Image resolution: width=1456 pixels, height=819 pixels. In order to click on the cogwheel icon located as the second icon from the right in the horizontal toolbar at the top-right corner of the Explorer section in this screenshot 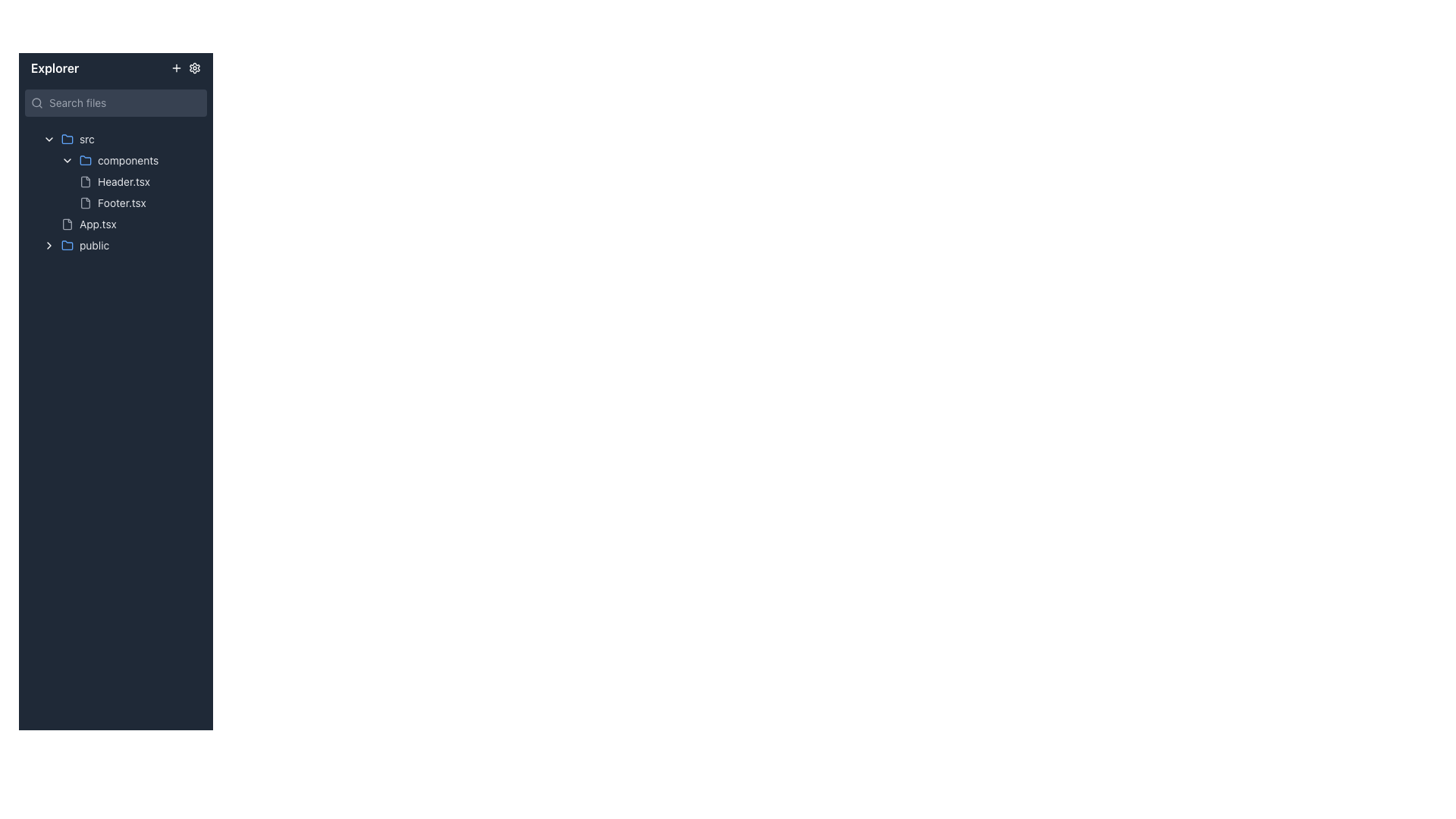, I will do `click(194, 67)`.